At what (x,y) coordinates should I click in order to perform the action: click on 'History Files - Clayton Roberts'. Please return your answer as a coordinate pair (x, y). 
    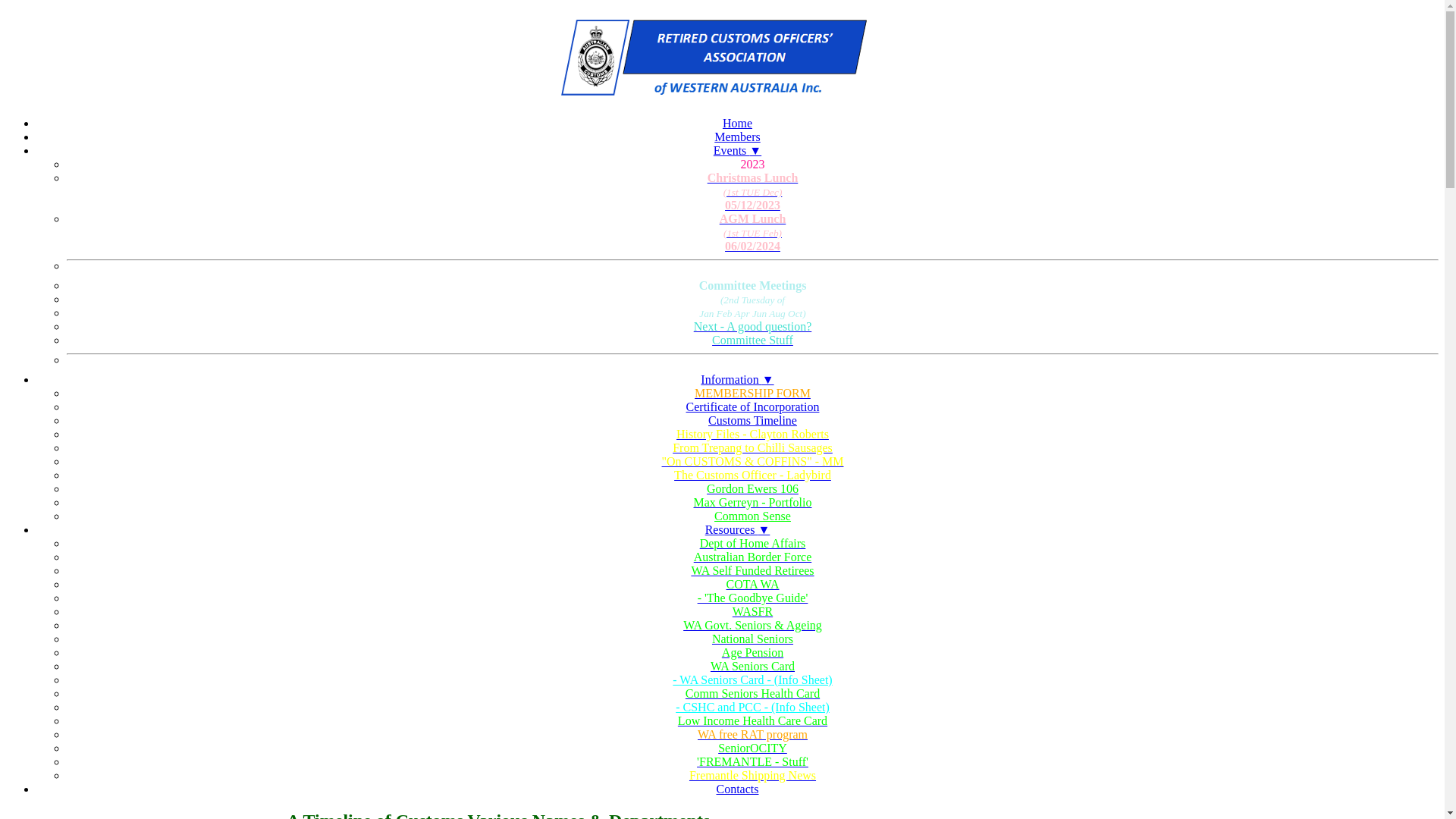
    Looking at the image, I should click on (752, 435).